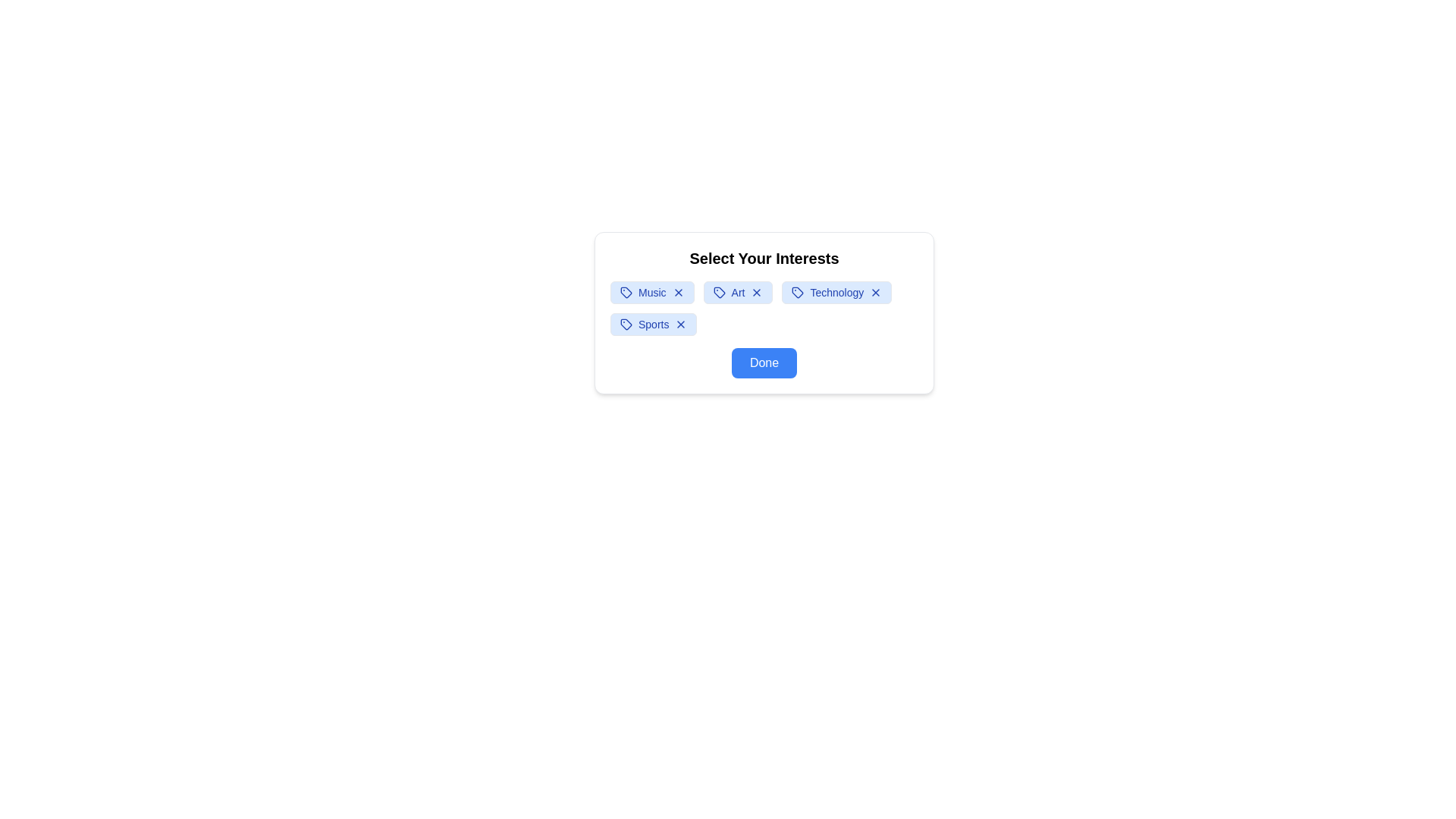 The height and width of the screenshot is (819, 1456). What do you see at coordinates (652, 292) in the screenshot?
I see `the text within the interest tag labeled 'Music' to select it` at bounding box center [652, 292].